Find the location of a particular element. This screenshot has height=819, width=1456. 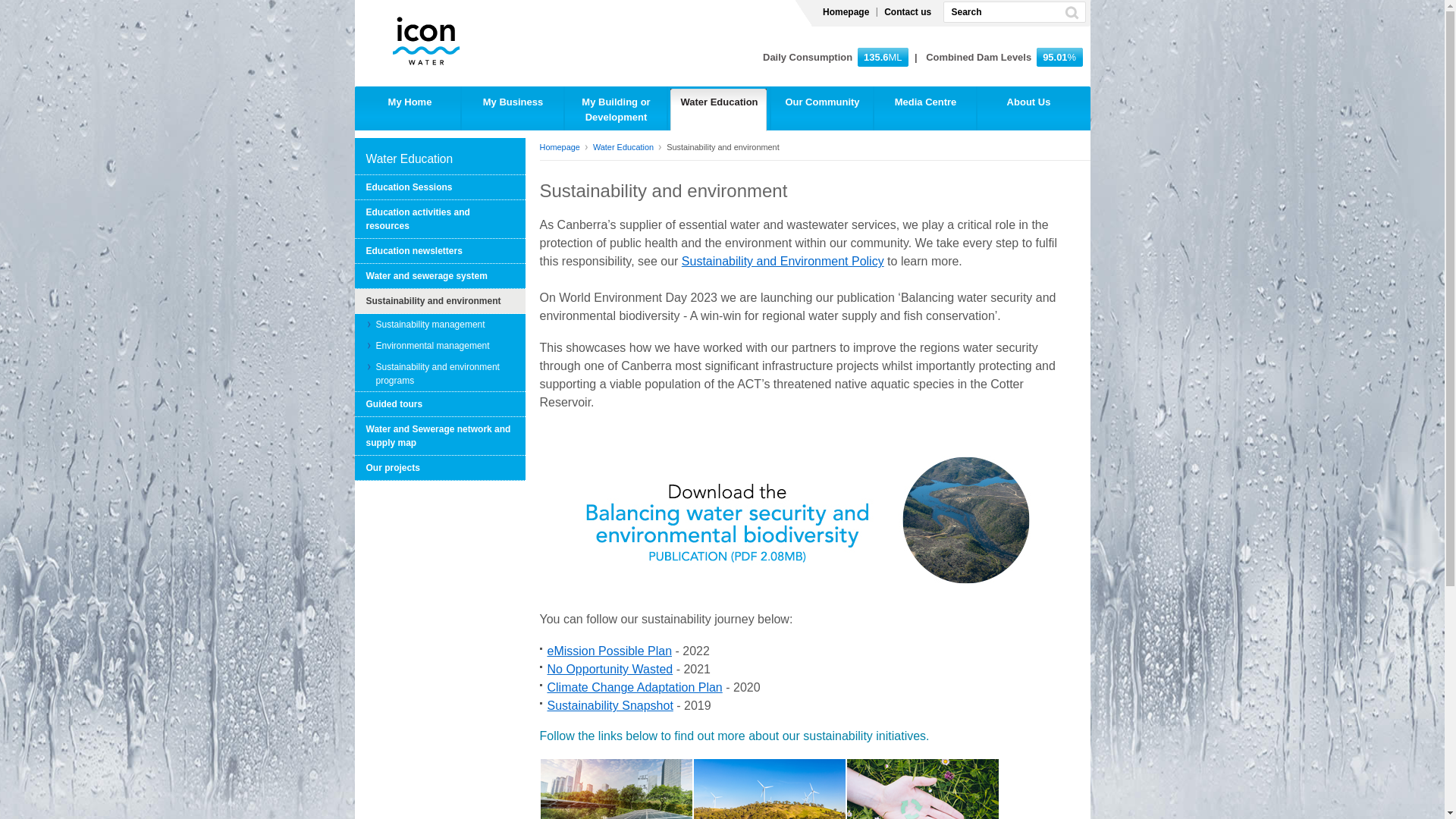

'Homepage' is located at coordinates (563, 146).